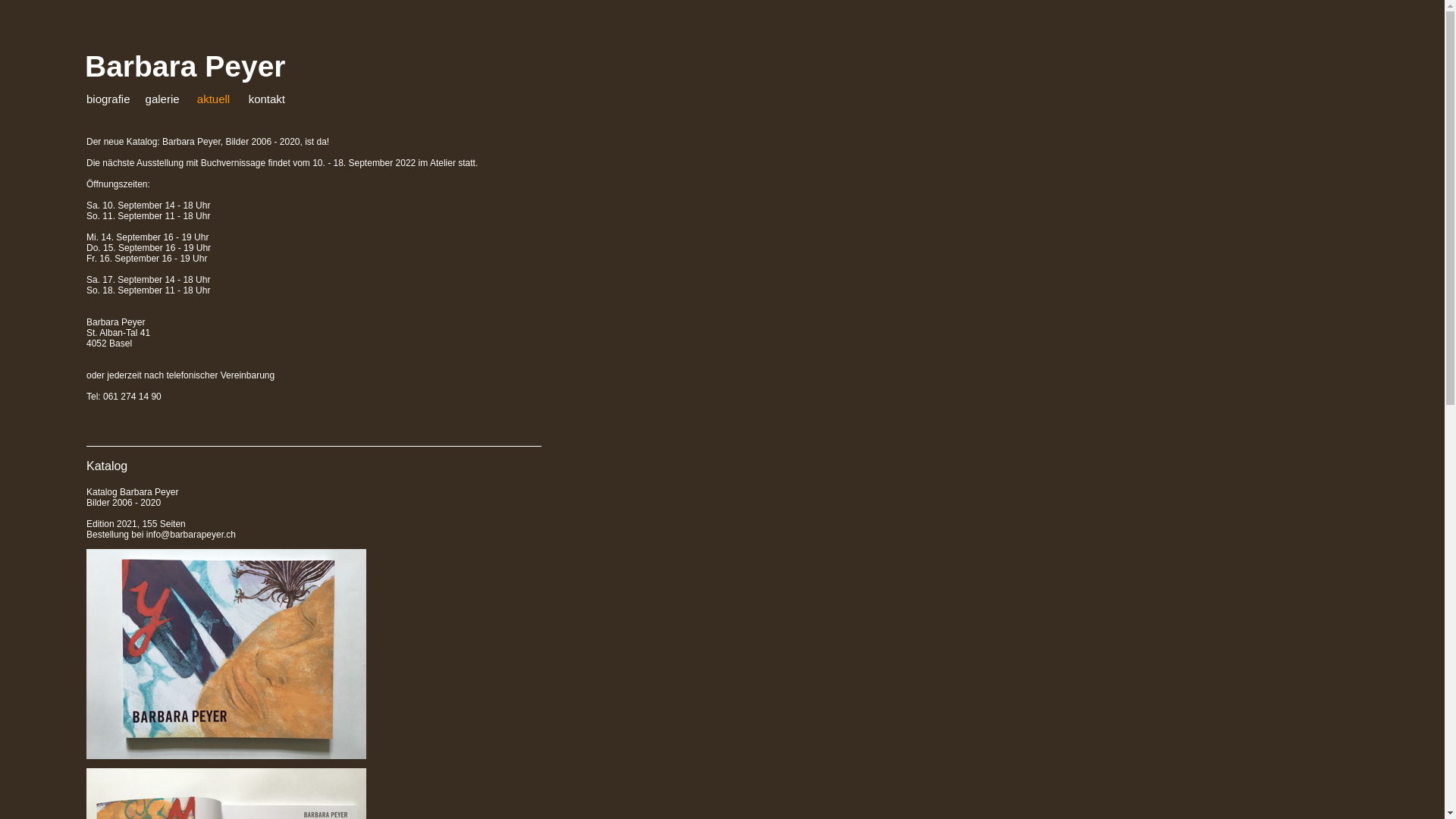  I want to click on 'info@barbarapeyer.ch', so click(190, 534).